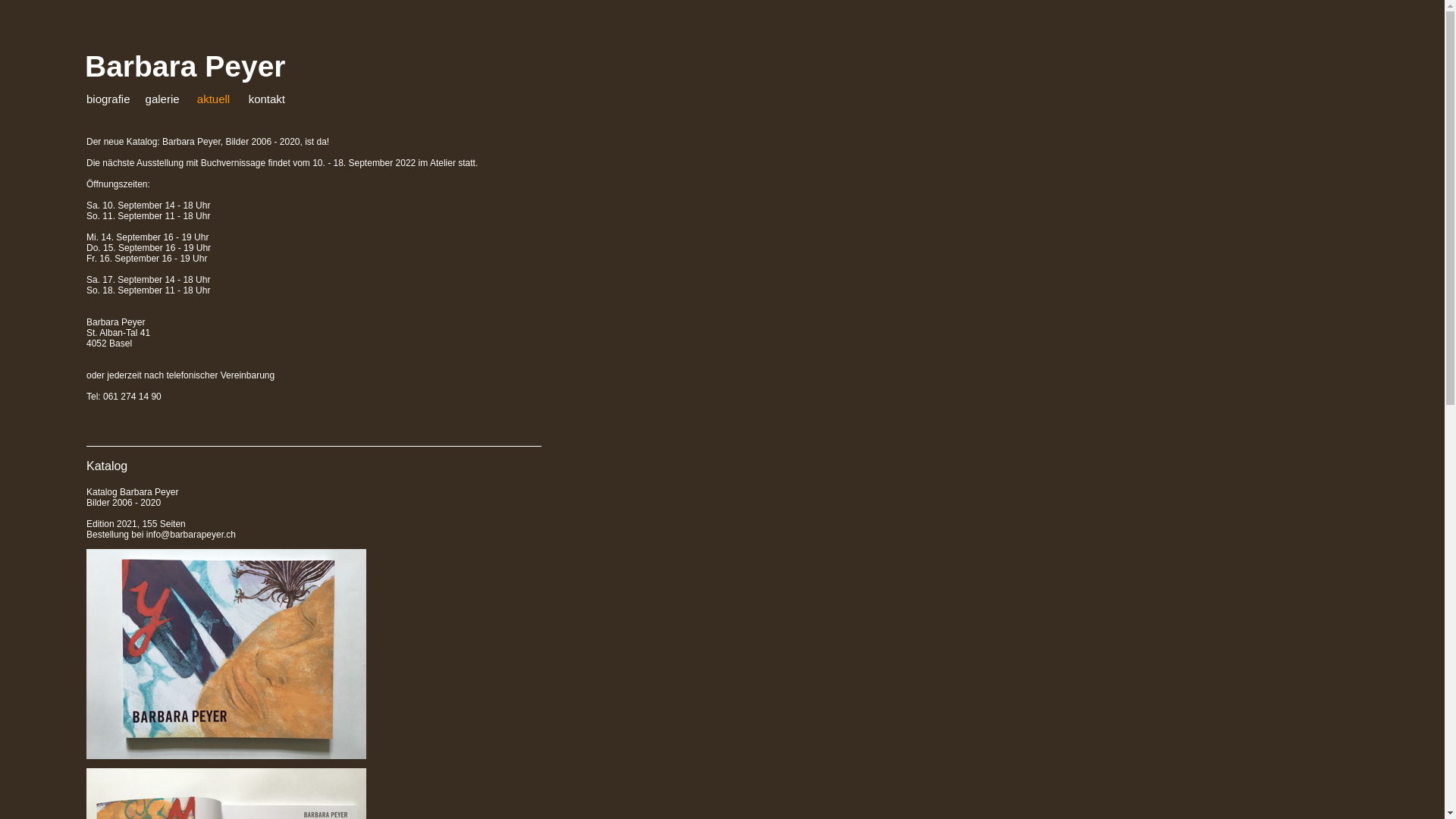  I want to click on 'info@barbarapeyer.ch', so click(190, 534).